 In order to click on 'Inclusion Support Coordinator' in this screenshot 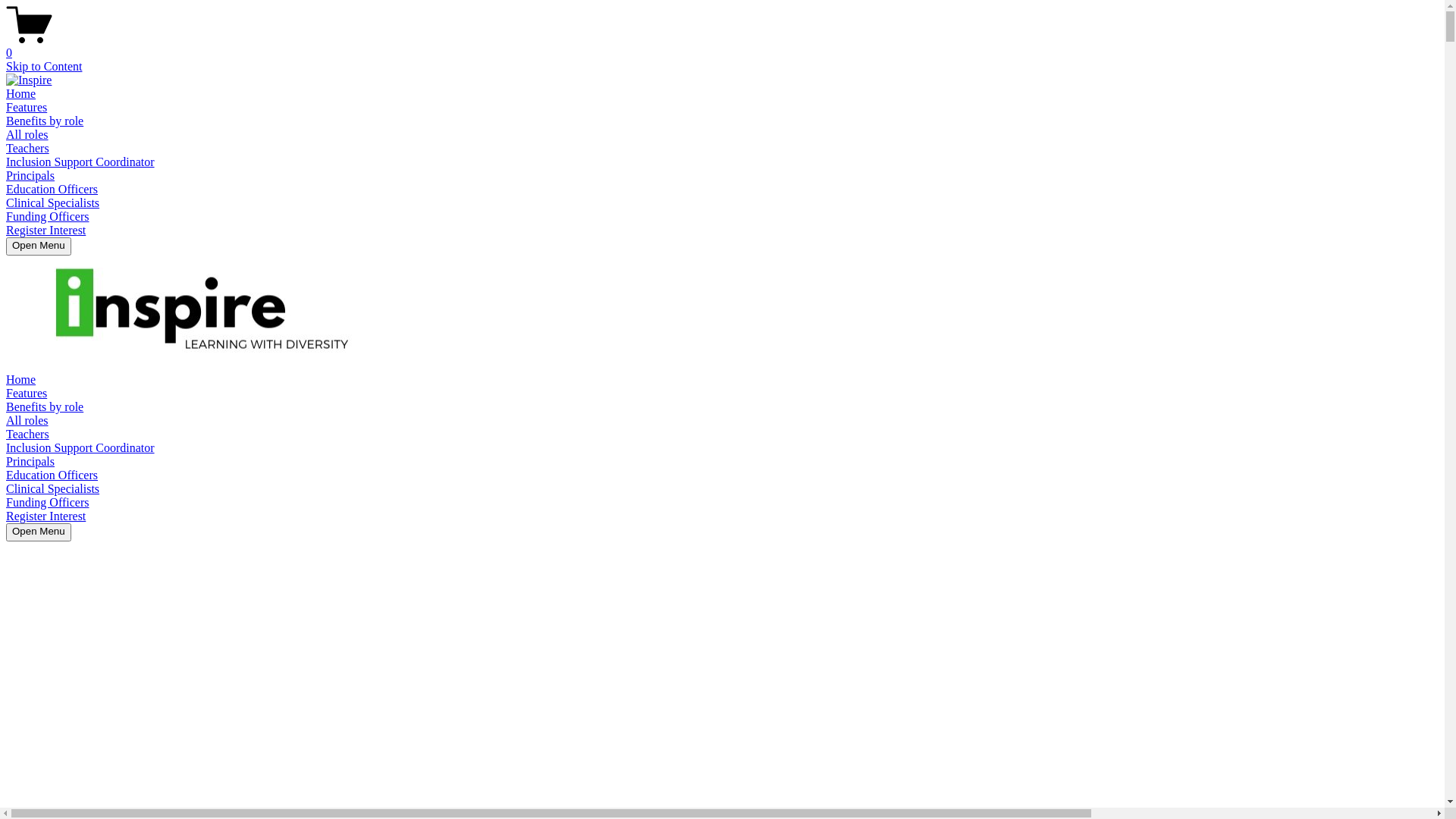, I will do `click(79, 447)`.